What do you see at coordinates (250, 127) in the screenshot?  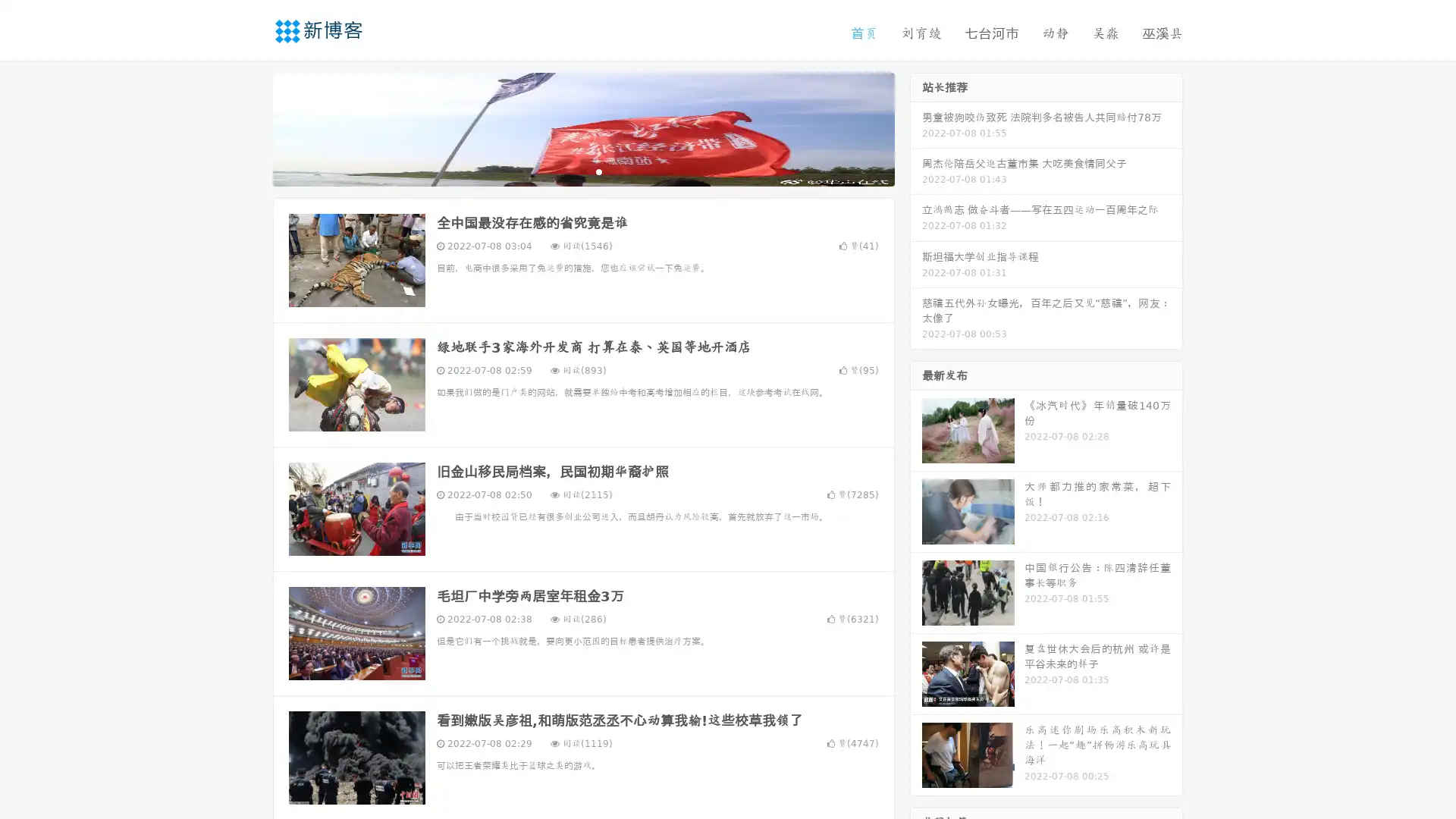 I see `Previous slide` at bounding box center [250, 127].